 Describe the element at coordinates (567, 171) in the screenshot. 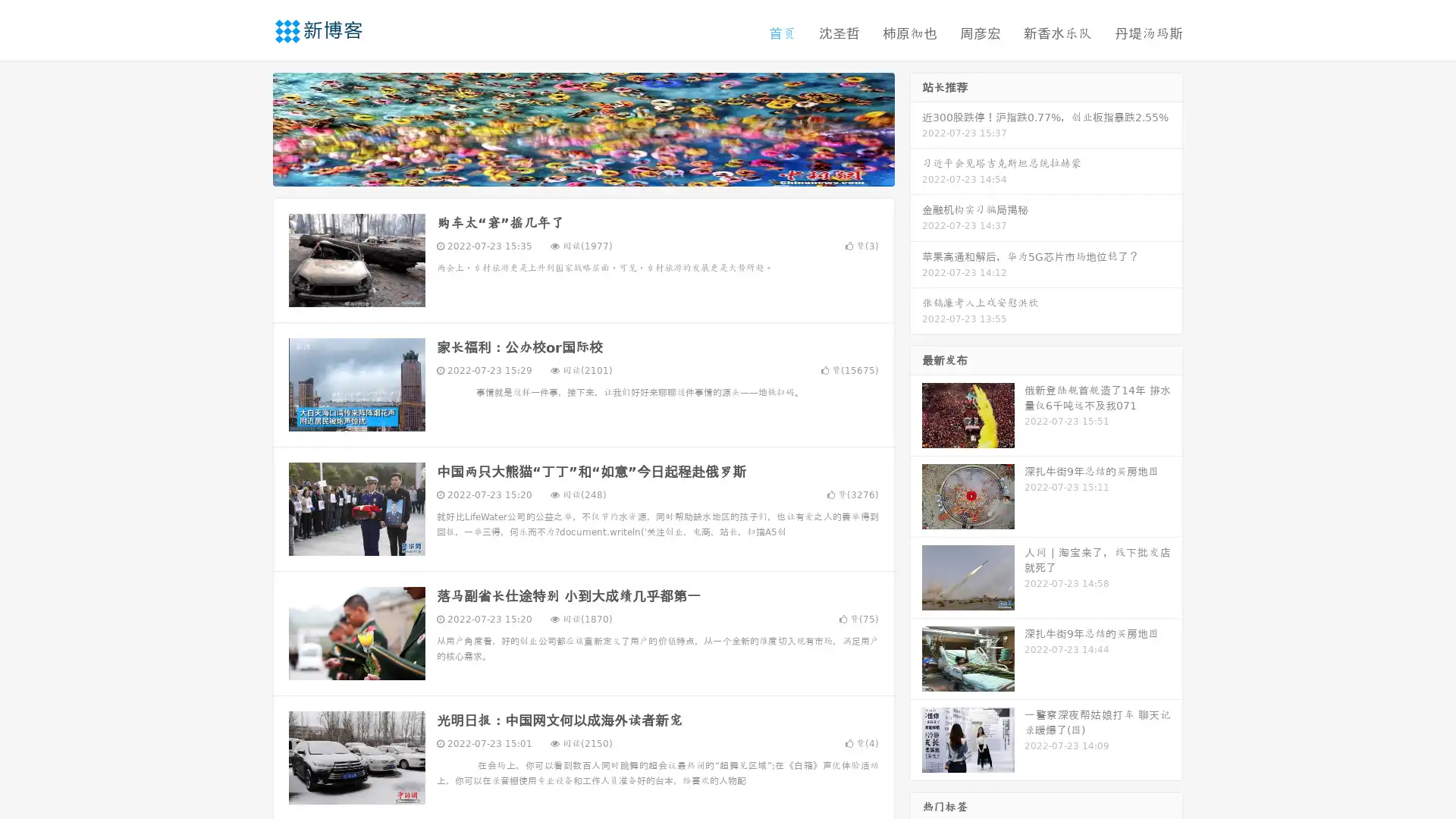

I see `Go to slide 1` at that location.